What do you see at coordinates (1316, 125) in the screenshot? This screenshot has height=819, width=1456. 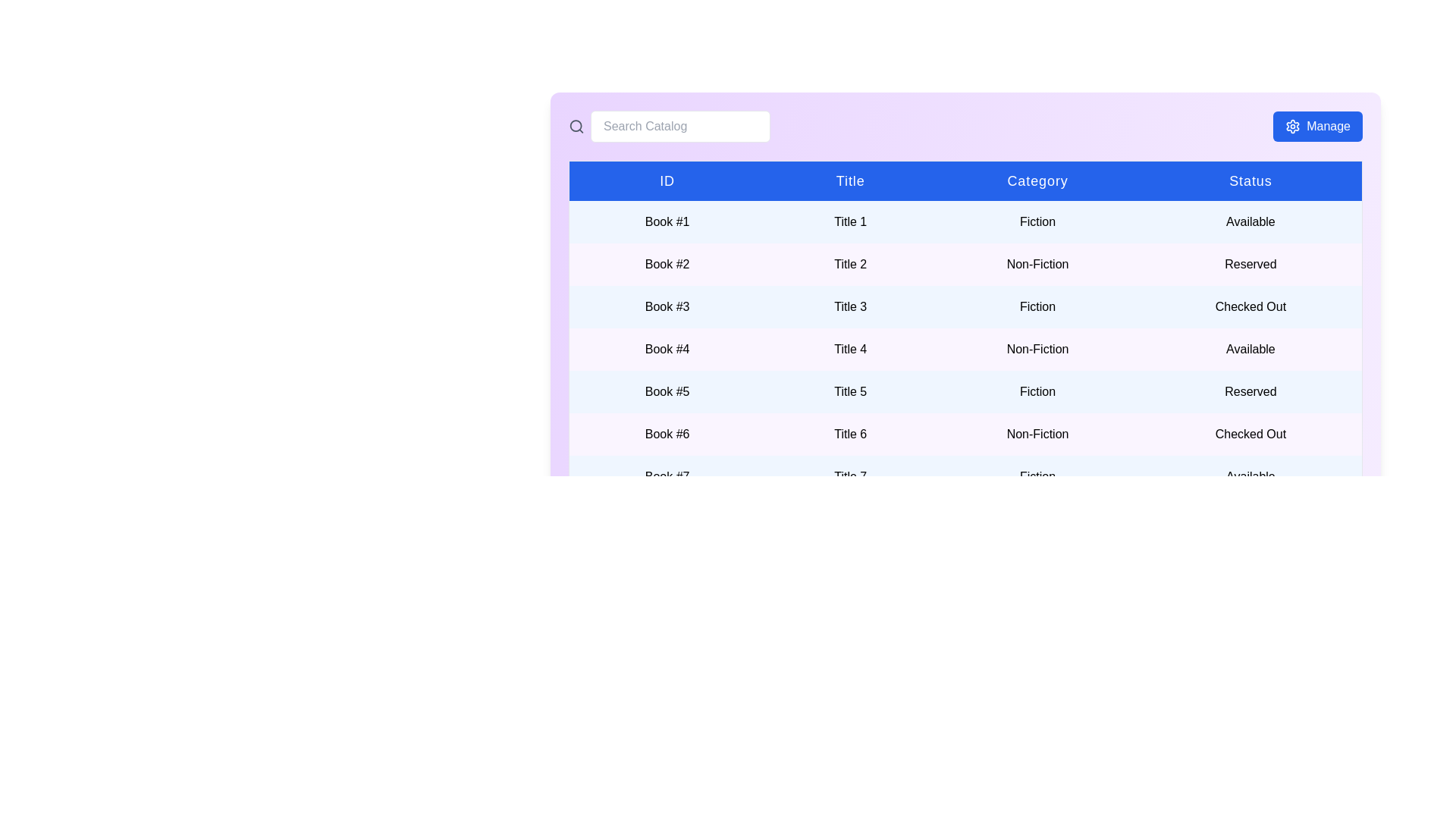 I see `'Manage' button to access additional settings` at bounding box center [1316, 125].